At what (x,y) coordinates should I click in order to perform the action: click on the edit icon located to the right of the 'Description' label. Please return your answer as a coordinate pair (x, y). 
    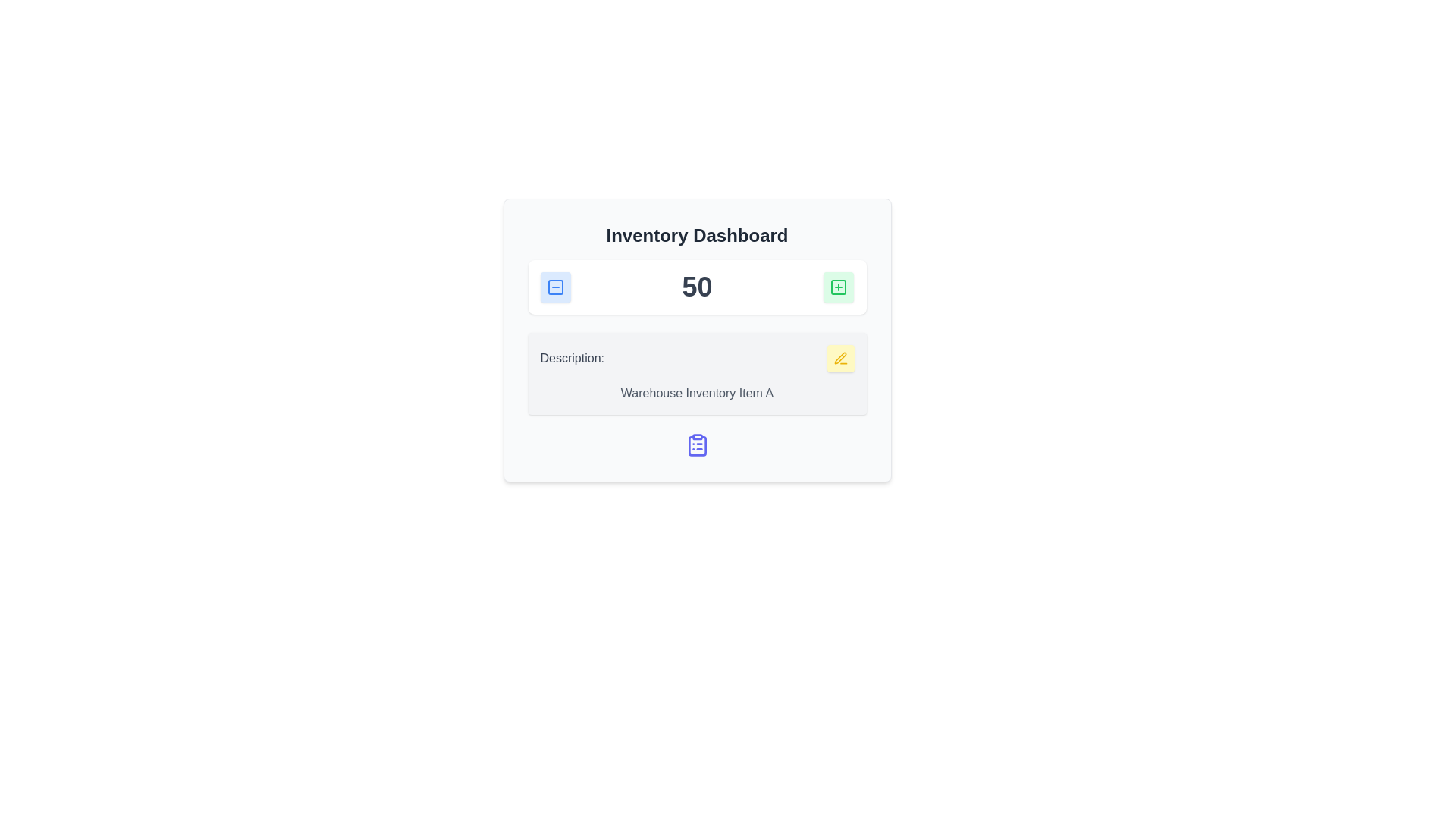
    Looking at the image, I should click on (839, 359).